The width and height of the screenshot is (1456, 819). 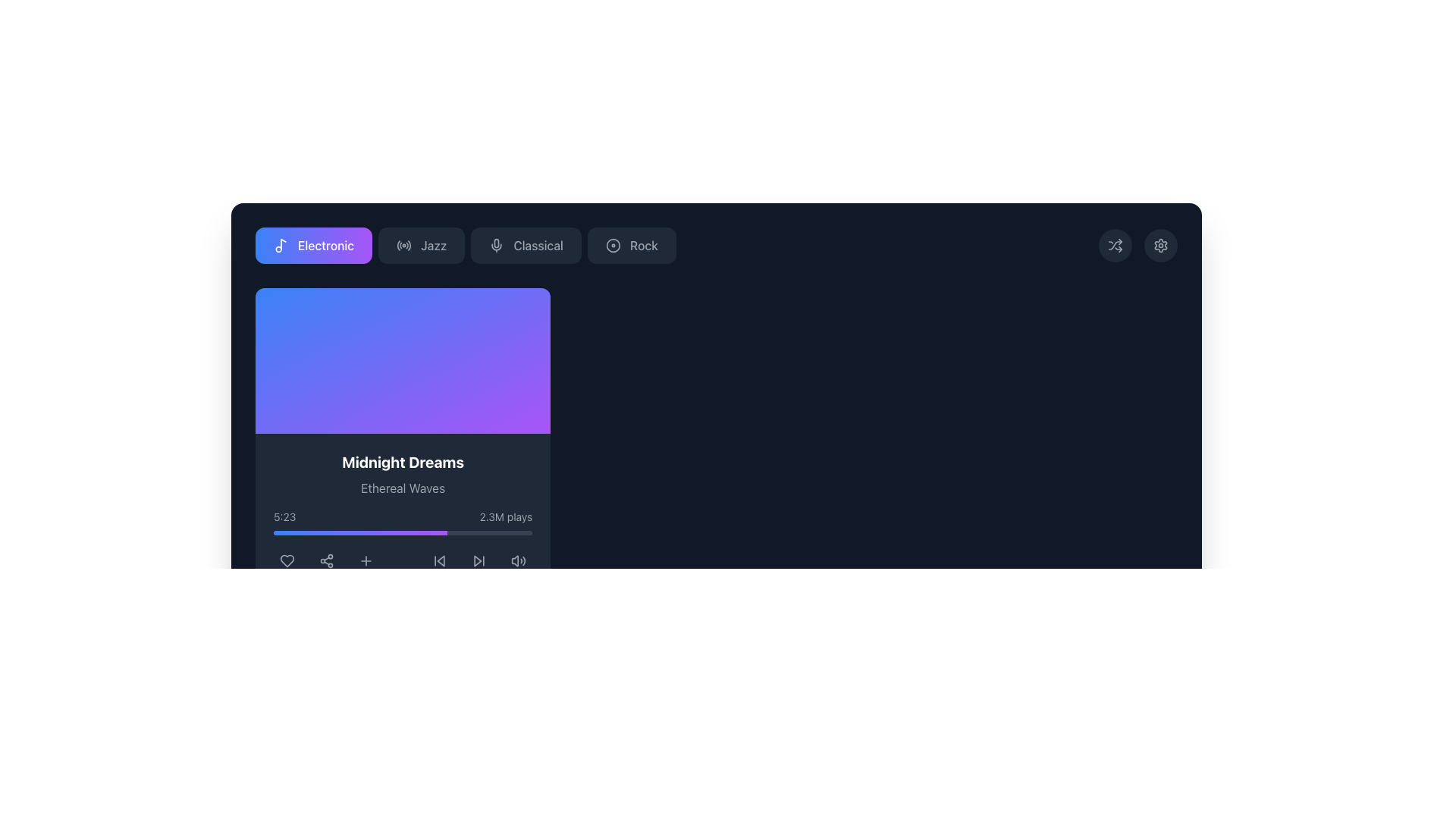 I want to click on the static text label displaying 'Rock' which is styled in light gray and located within a horizontal navigation bar, to the right of 'Classical' and 'Jazz', so click(x=644, y=245).